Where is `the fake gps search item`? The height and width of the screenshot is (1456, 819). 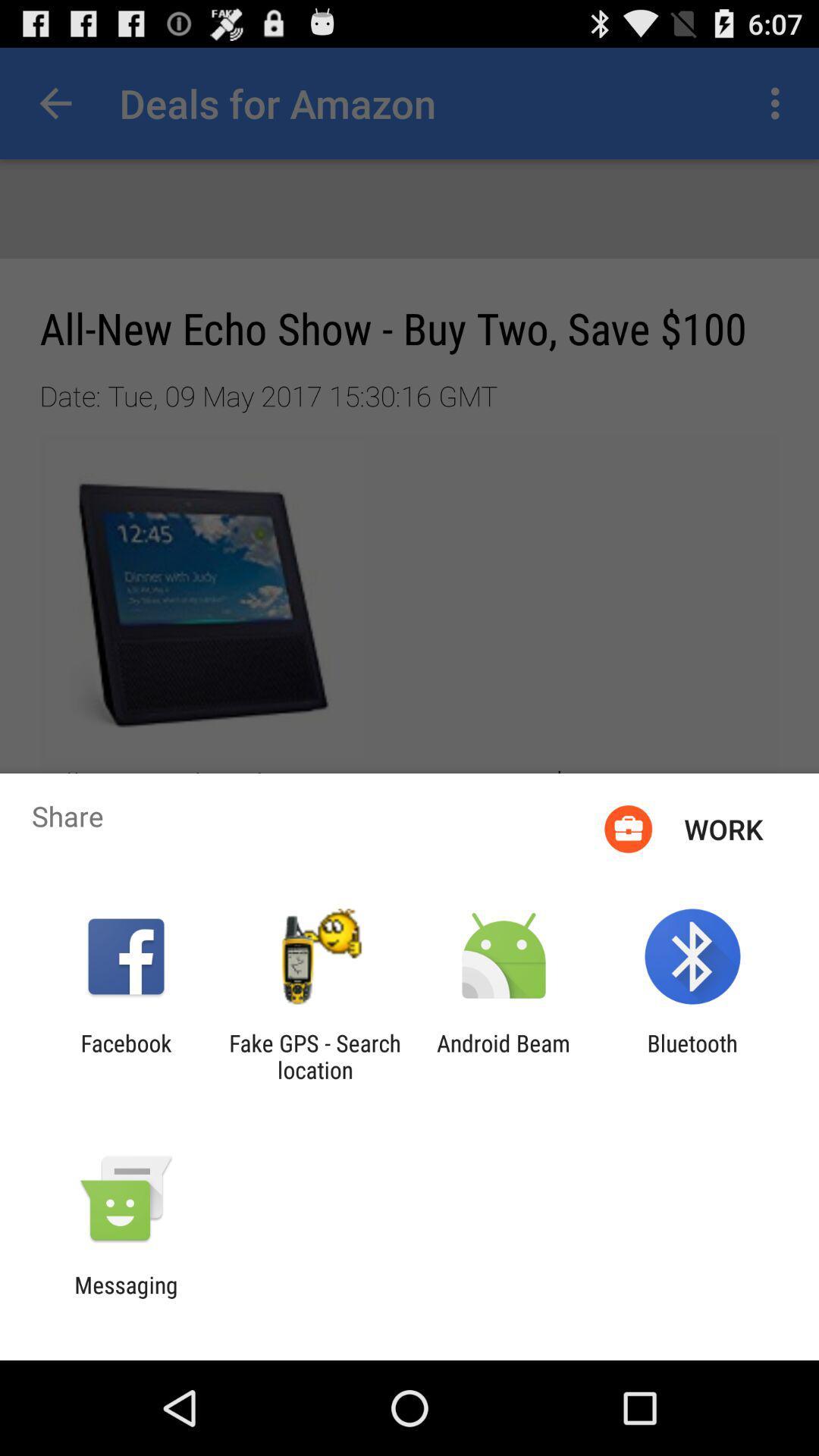 the fake gps search item is located at coordinates (314, 1056).